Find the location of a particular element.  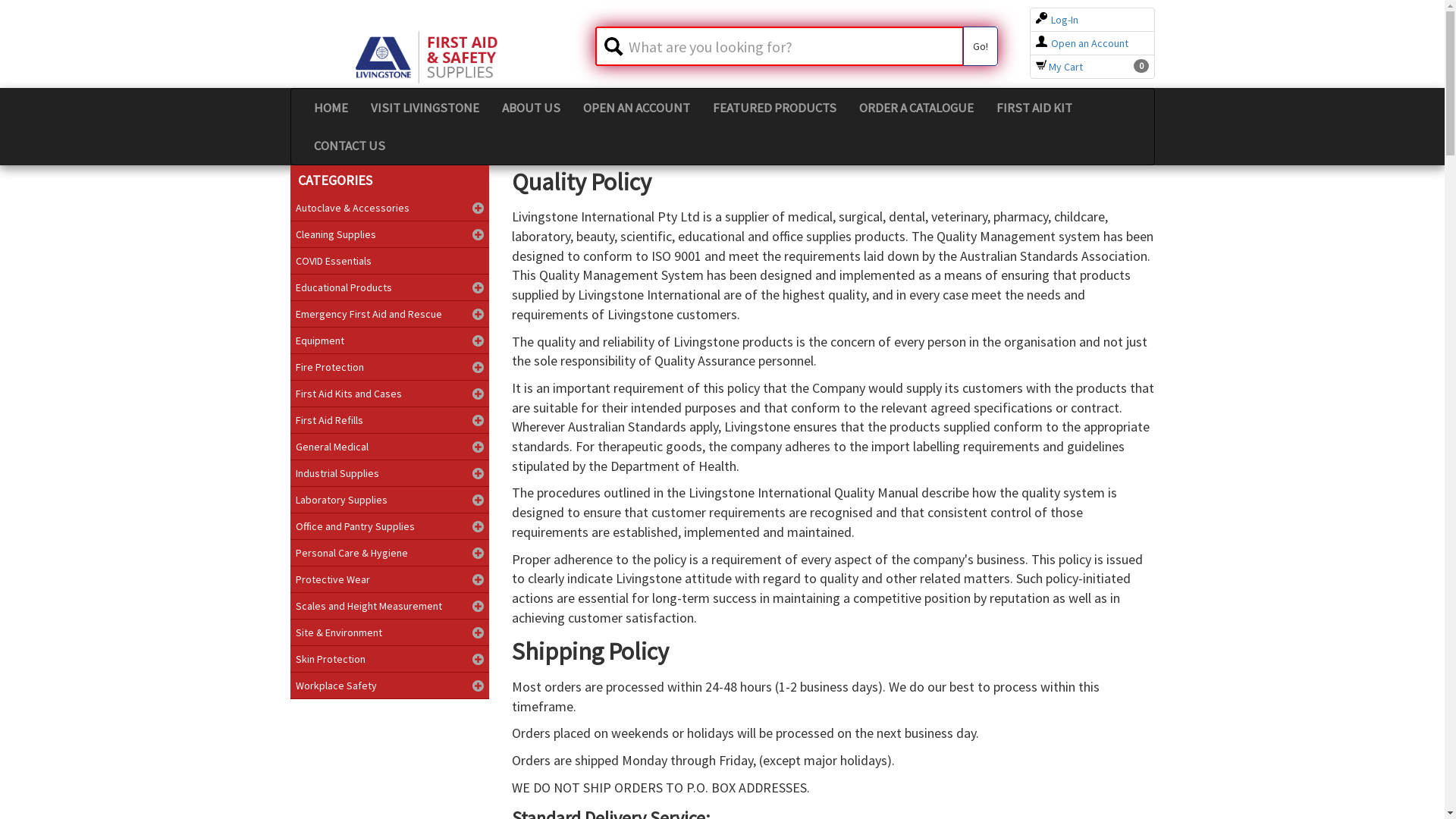

'Industrial Supplies' is located at coordinates (389, 472).